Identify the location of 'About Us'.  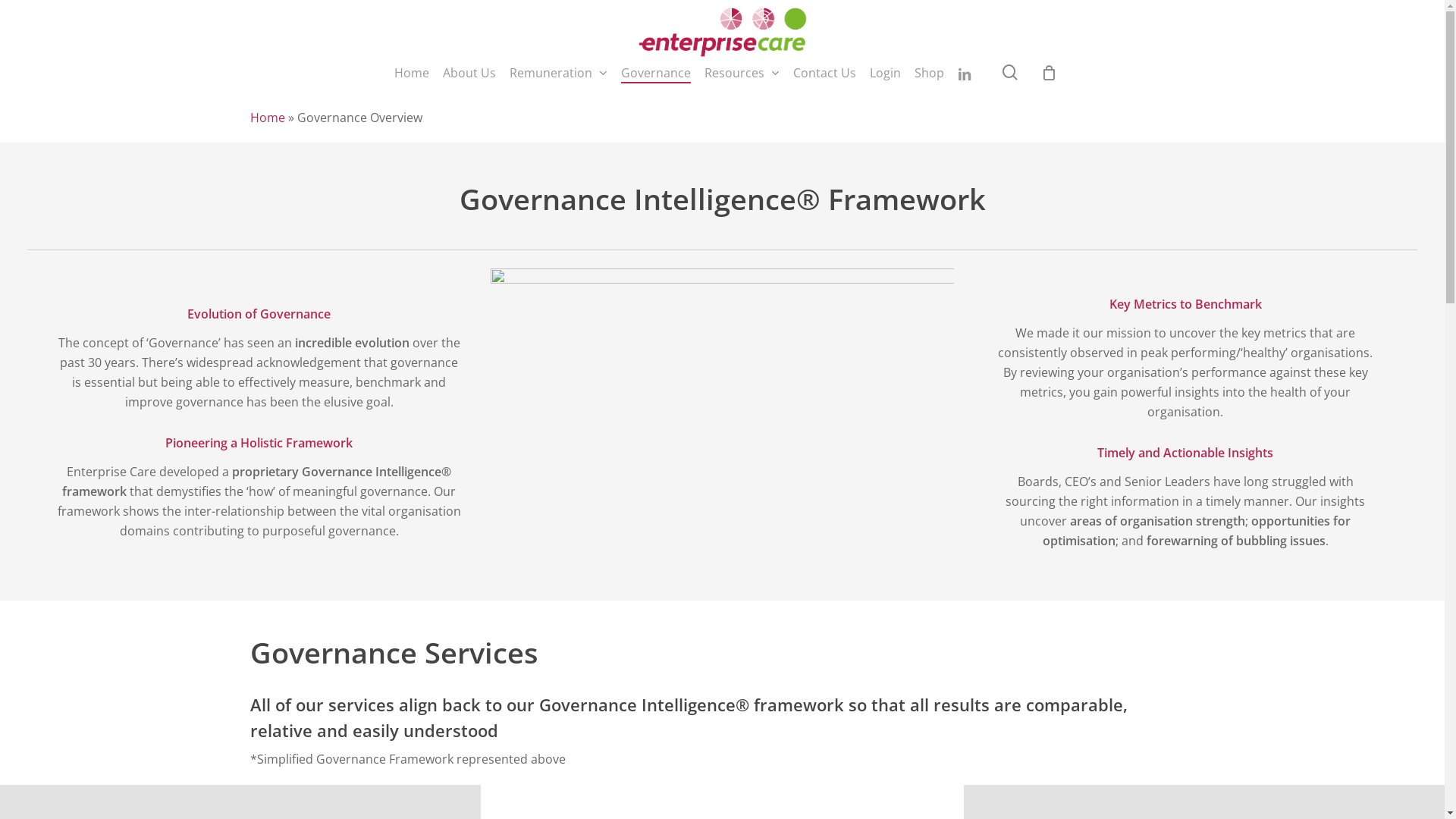
(442, 73).